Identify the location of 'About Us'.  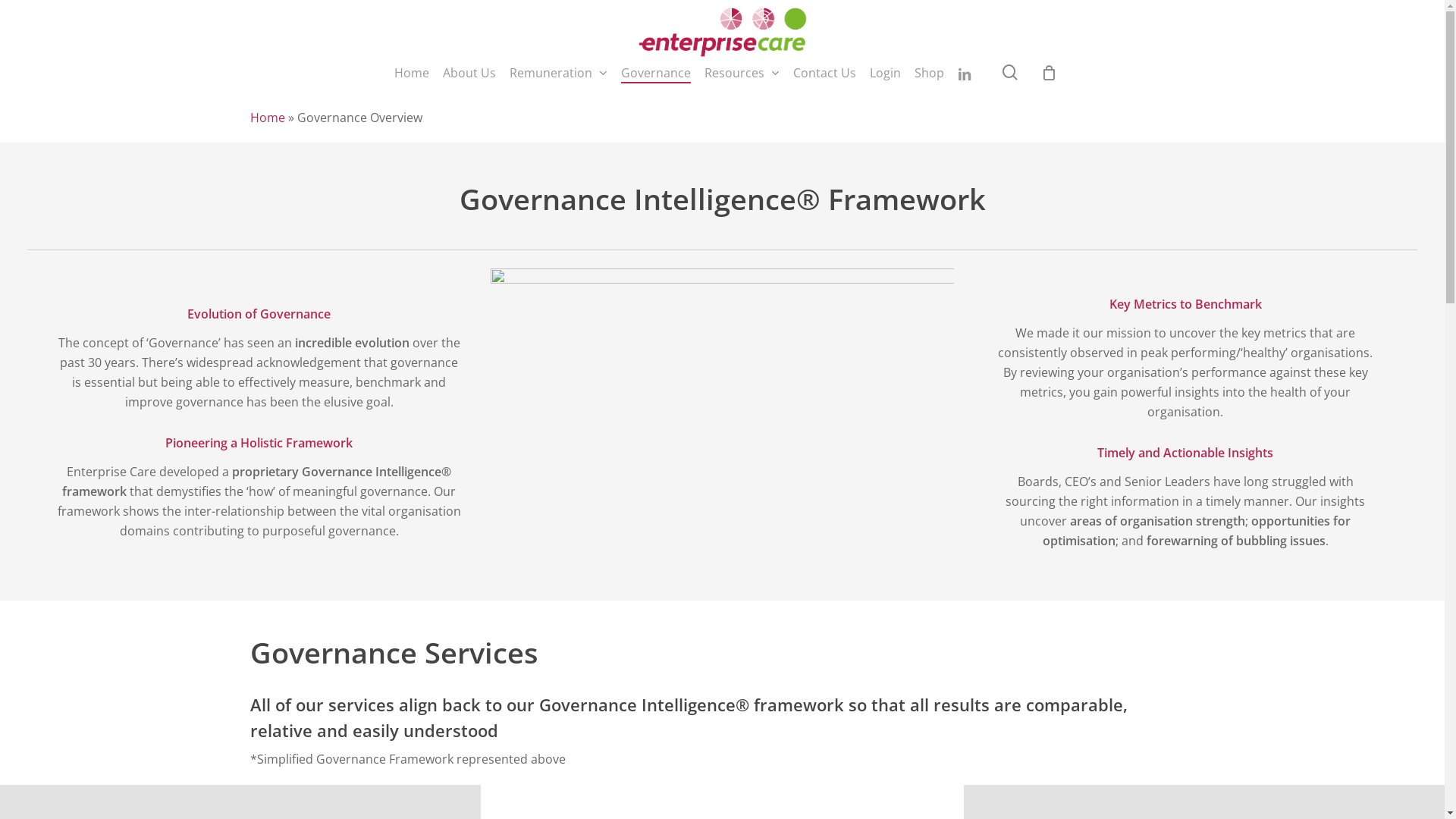
(442, 73).